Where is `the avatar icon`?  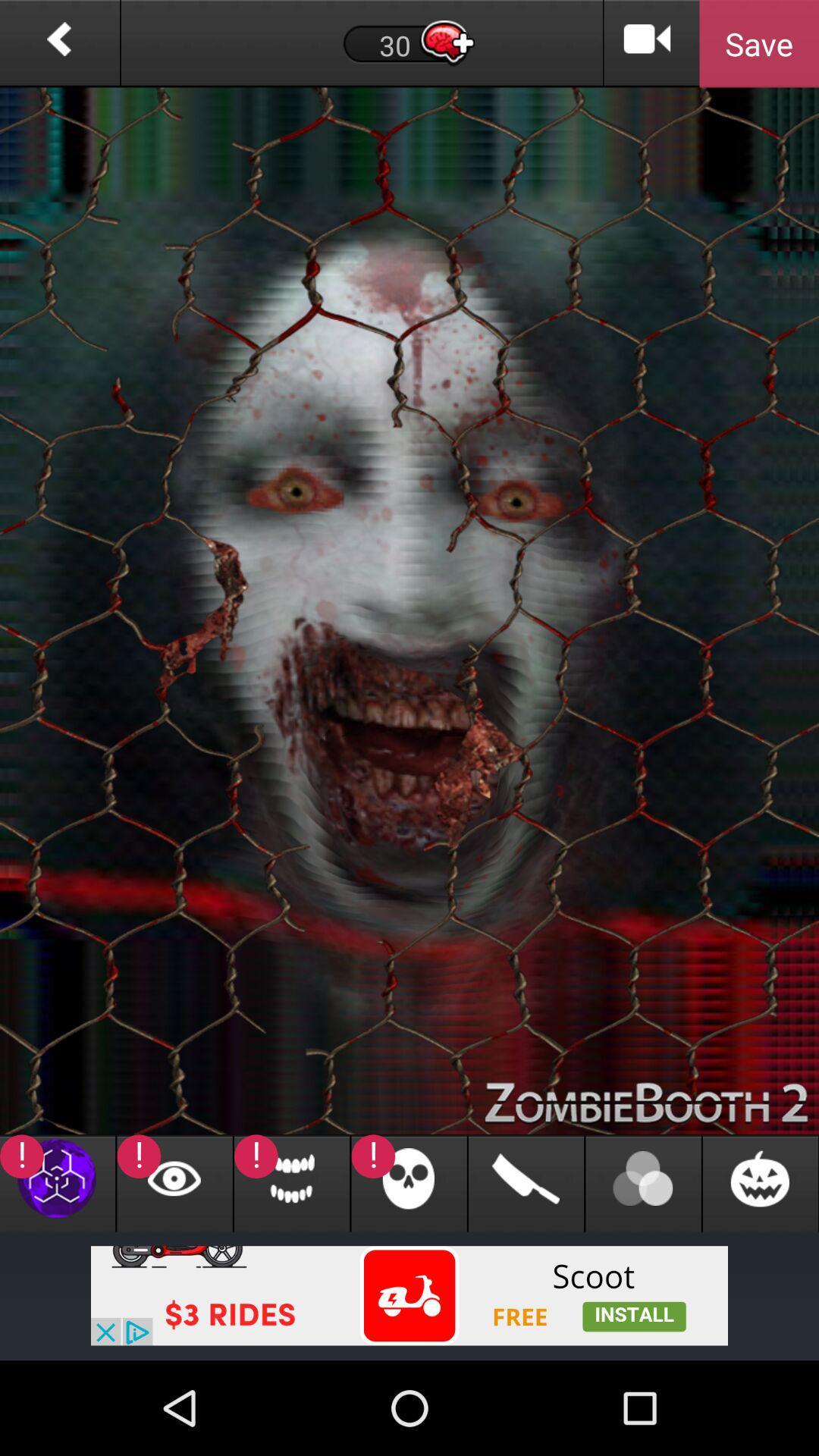 the avatar icon is located at coordinates (643, 1266).